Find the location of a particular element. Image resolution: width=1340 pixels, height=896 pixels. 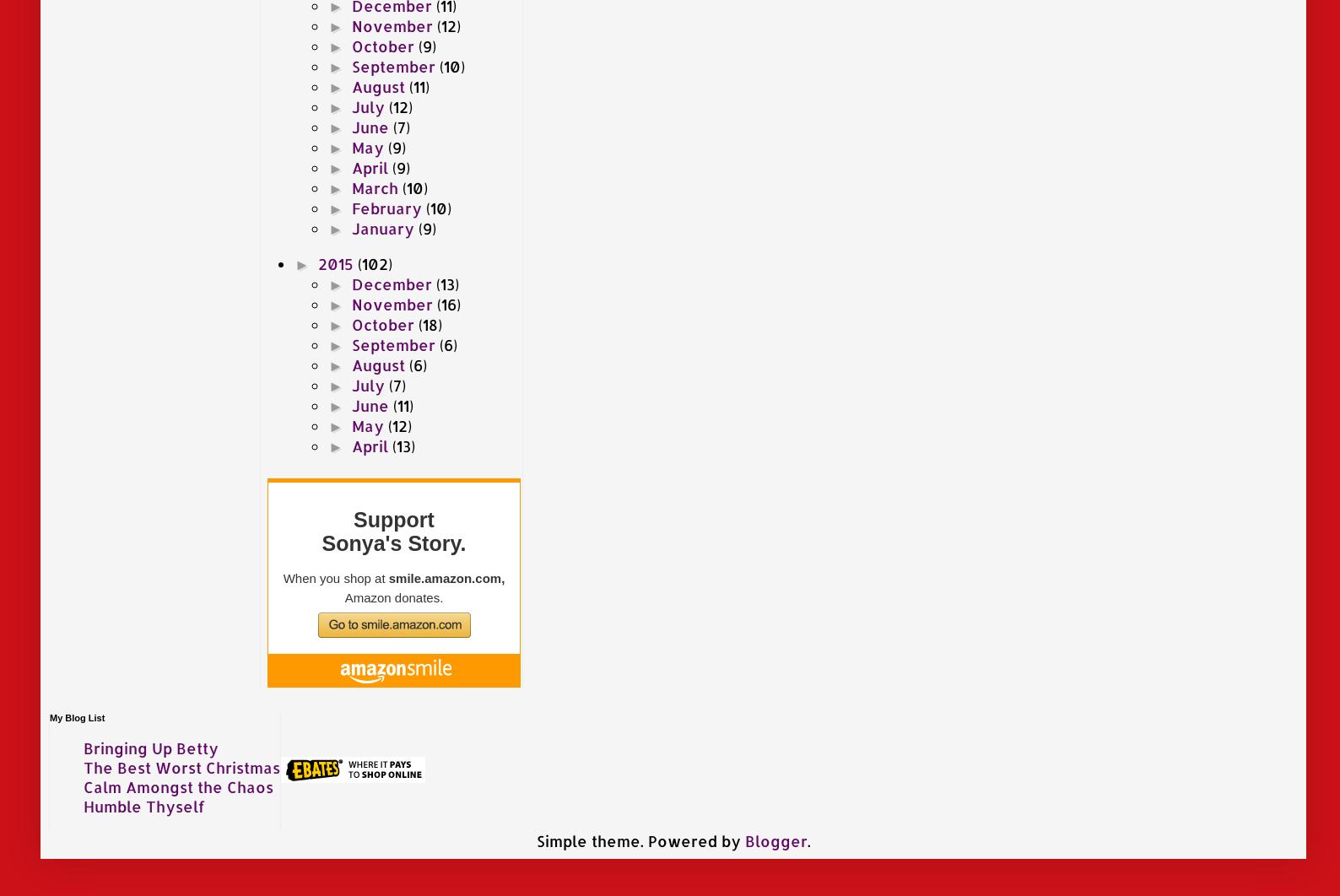

'Humble Thyself' is located at coordinates (83, 804).